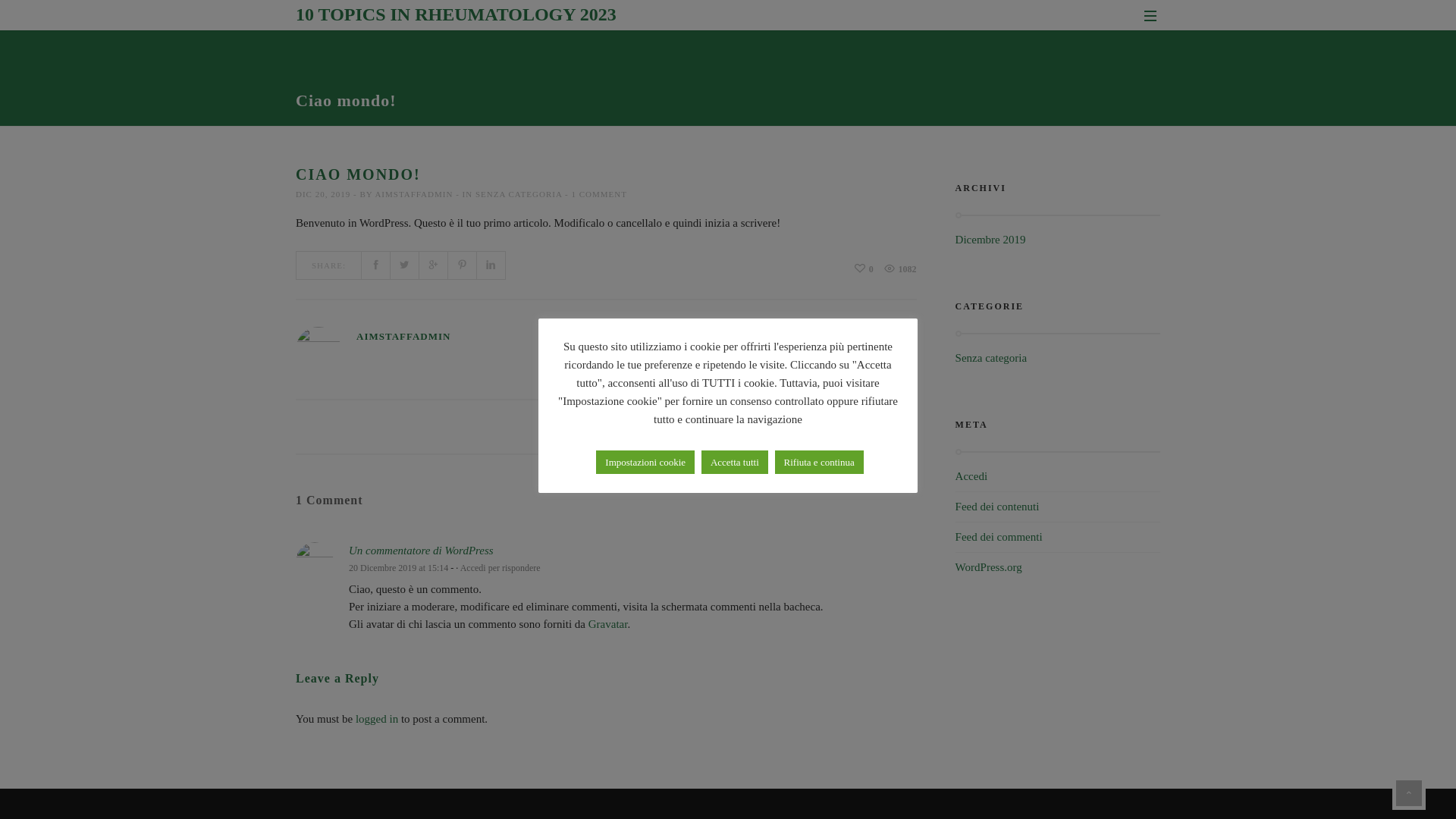  Describe the element at coordinates (491, 265) in the screenshot. I see `'Share on LinkedIn'` at that location.